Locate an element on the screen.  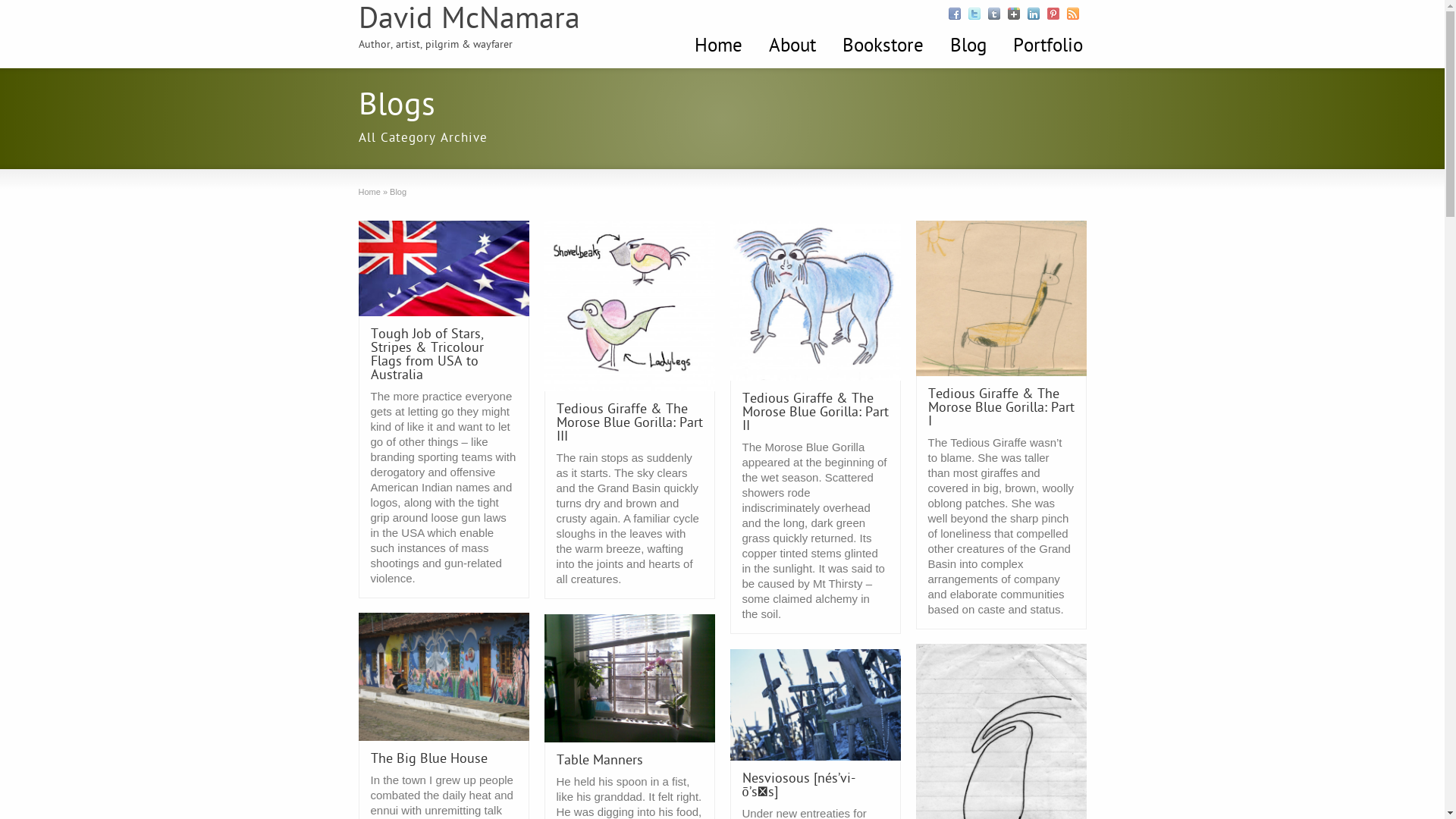
'Tedious Giraffe & The Morose Blue Gorilla: Part I' is located at coordinates (1001, 407).